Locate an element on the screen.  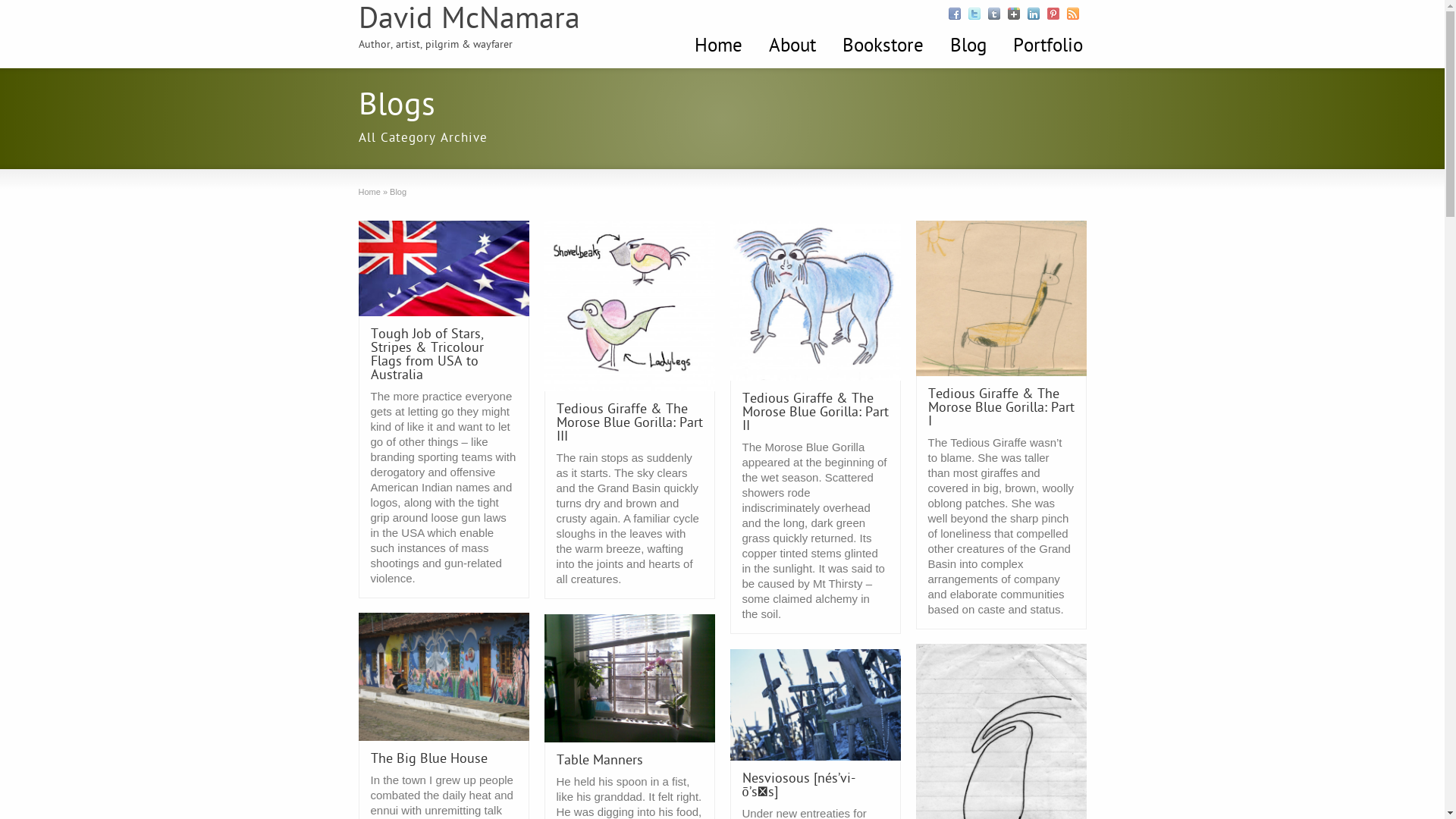
'Tedious Giraffe & The Morose Blue Gorilla: Part I' is located at coordinates (1001, 407).